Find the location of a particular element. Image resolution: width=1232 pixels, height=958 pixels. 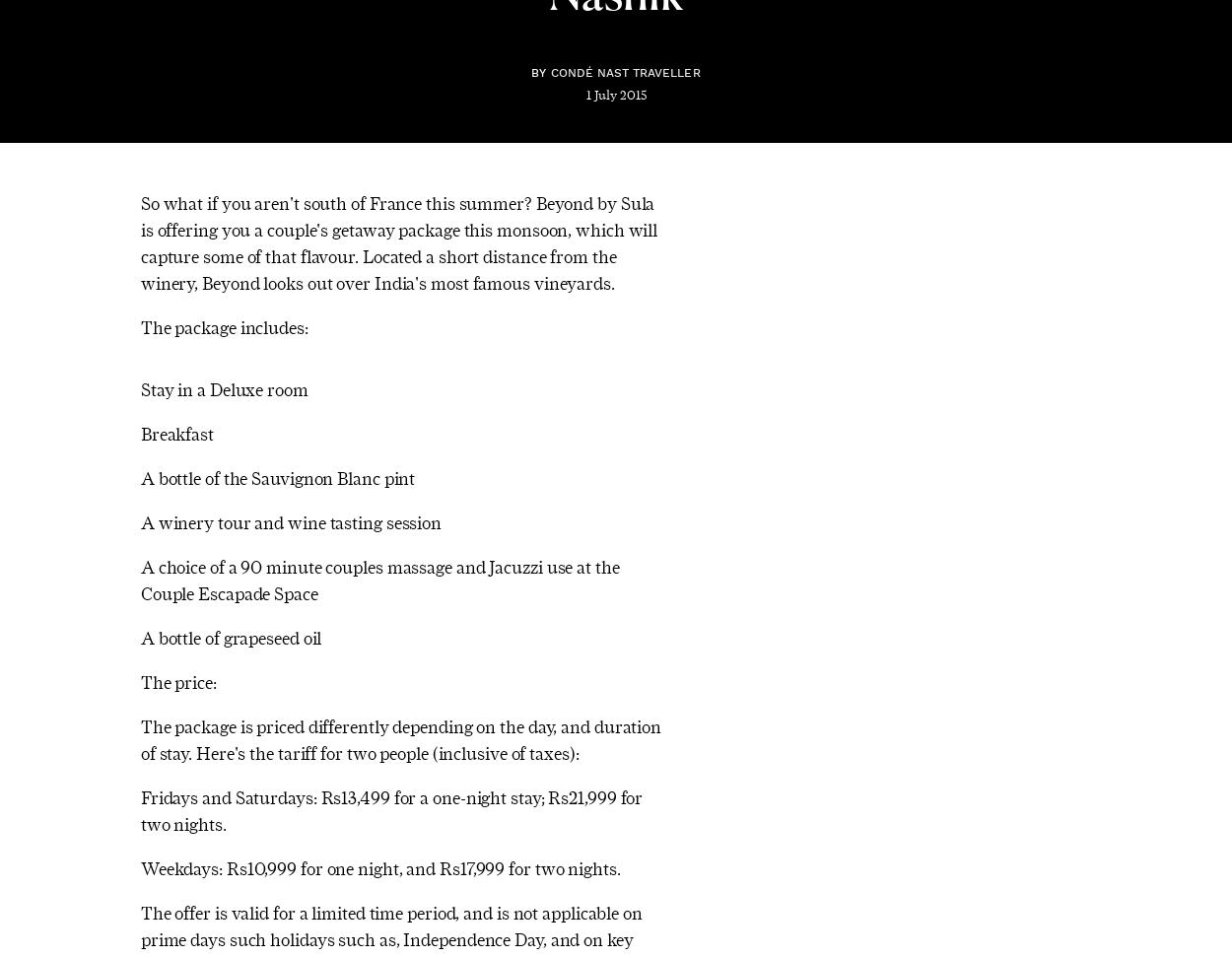

'The package is priced differently depending on the day, and duration of stay. Here's the tariff for two people (inclusive of taxes):' is located at coordinates (140, 738).